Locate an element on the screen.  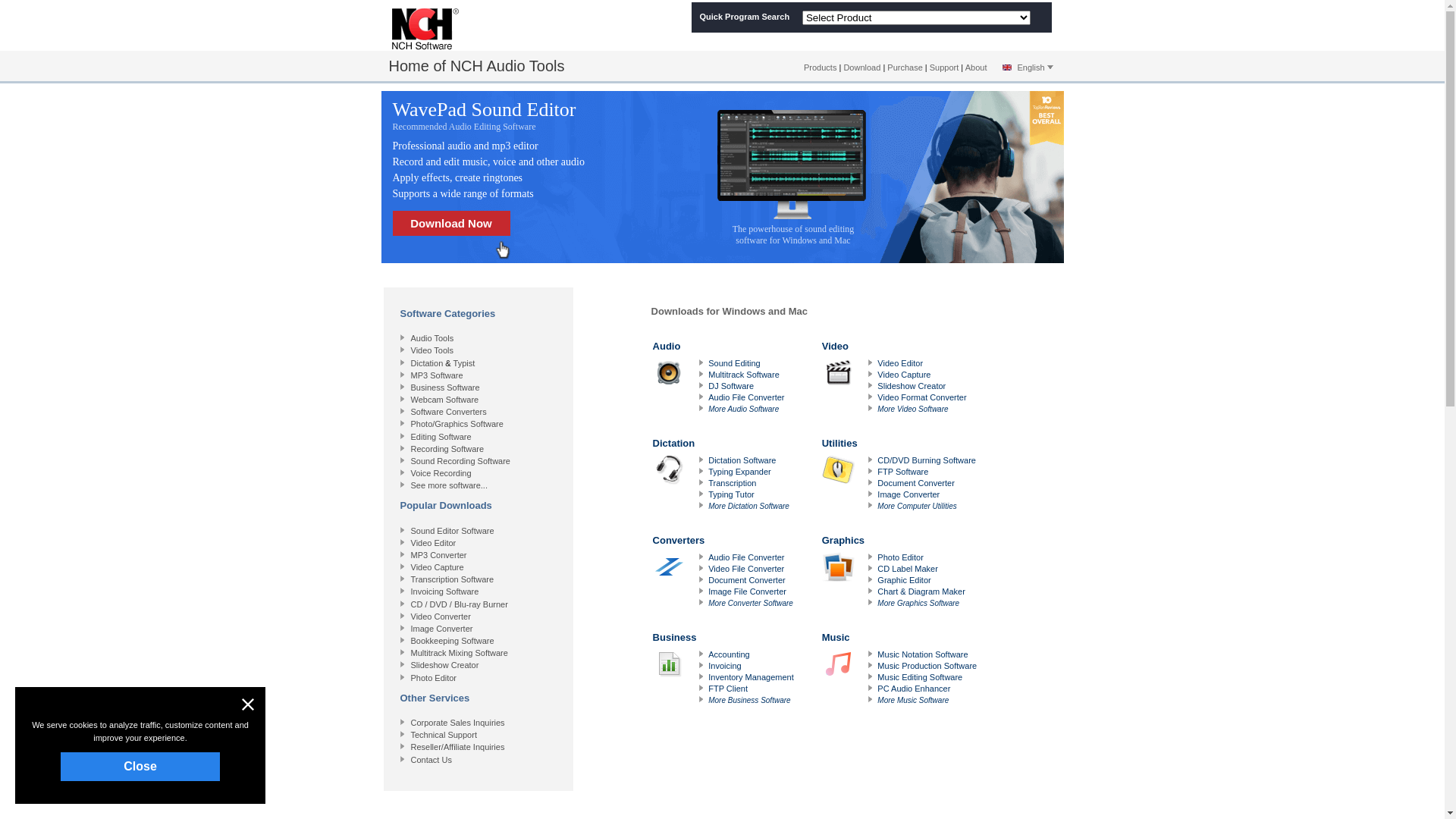
'Typing Expander' is located at coordinates (739, 470).